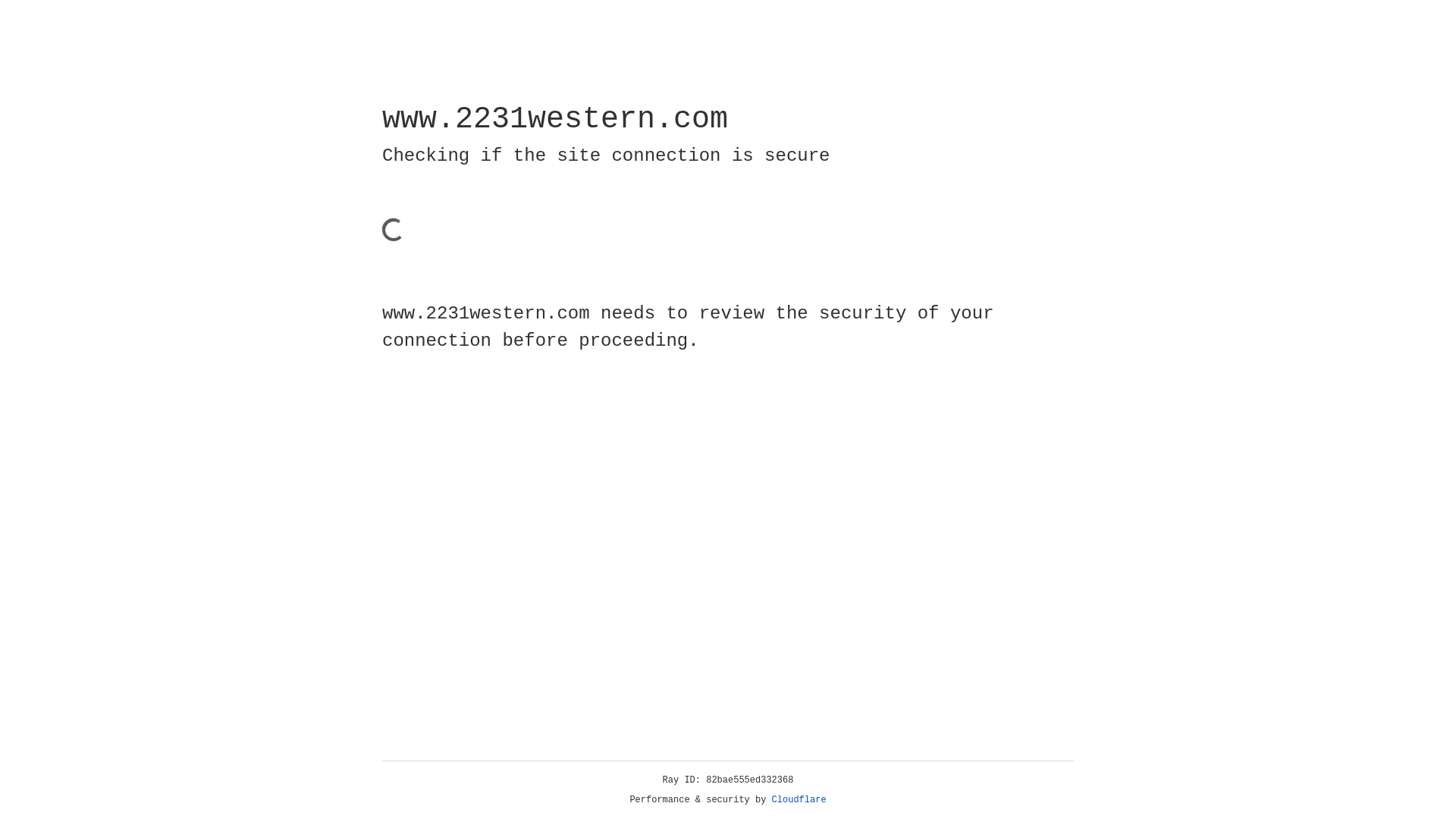  What do you see at coordinates (799, 799) in the screenshot?
I see `'Cloudflare'` at bounding box center [799, 799].